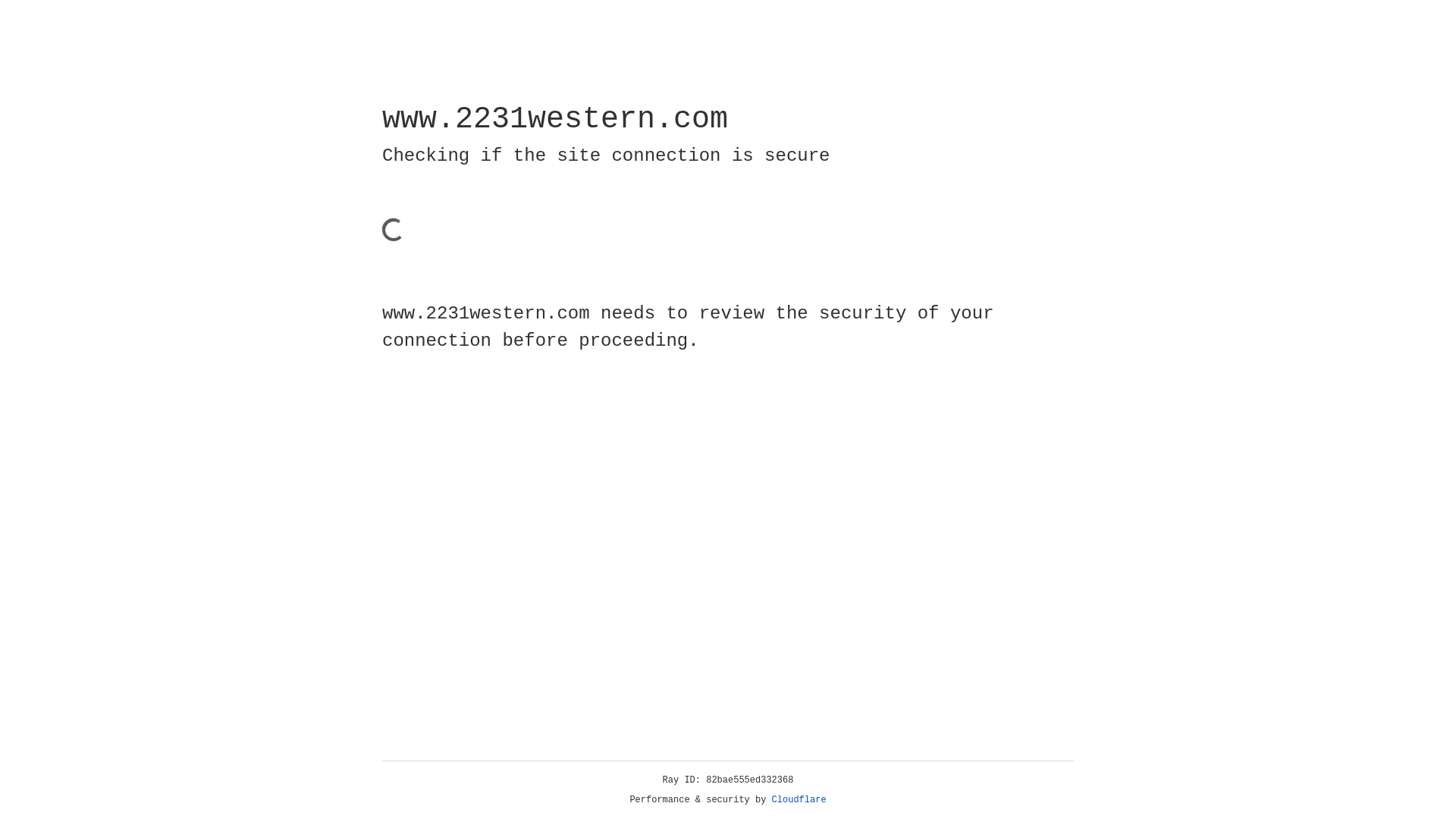  What do you see at coordinates (799, 799) in the screenshot?
I see `'Cloudflare'` at bounding box center [799, 799].